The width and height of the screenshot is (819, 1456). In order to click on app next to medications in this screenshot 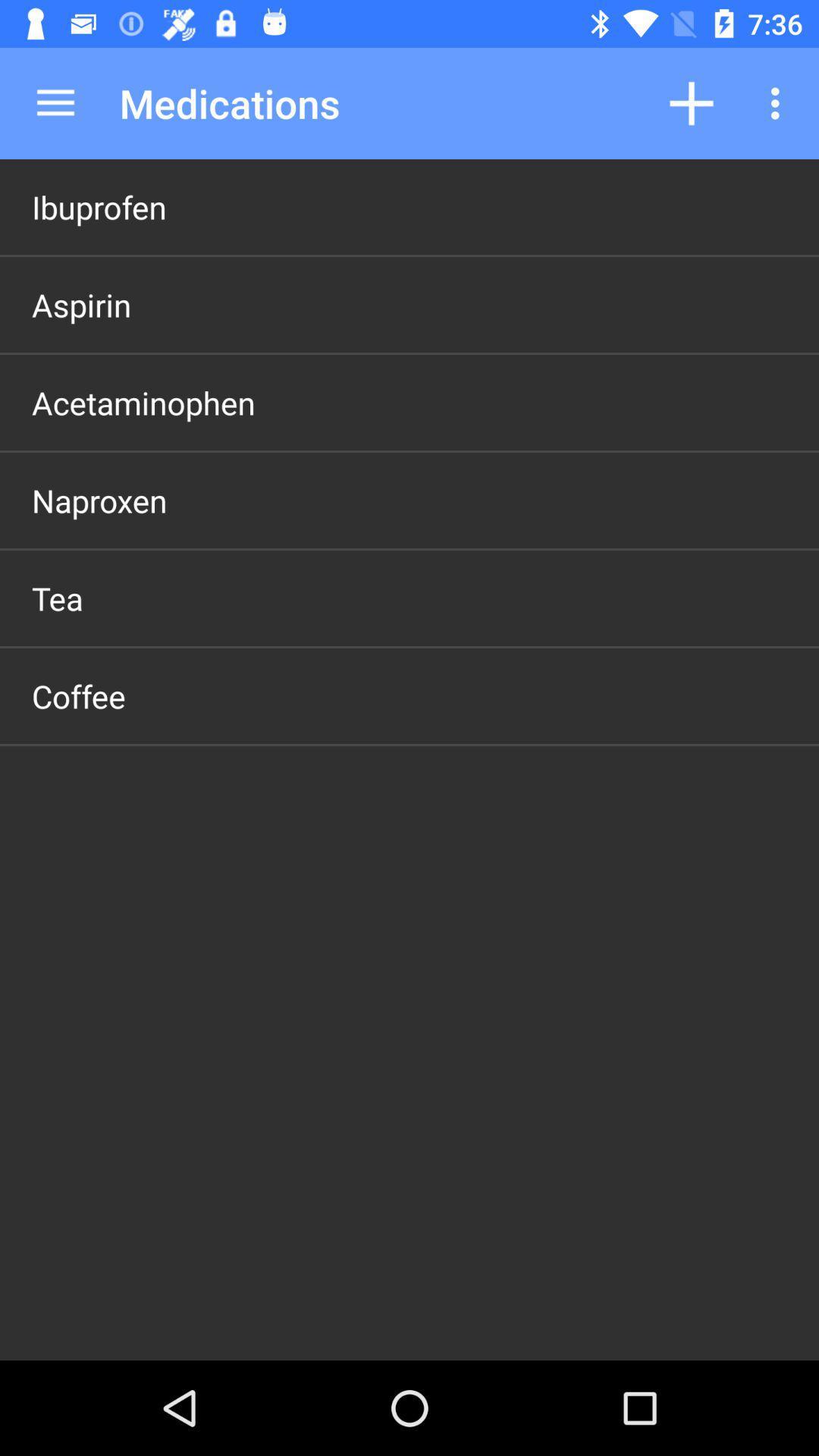, I will do `click(55, 102)`.